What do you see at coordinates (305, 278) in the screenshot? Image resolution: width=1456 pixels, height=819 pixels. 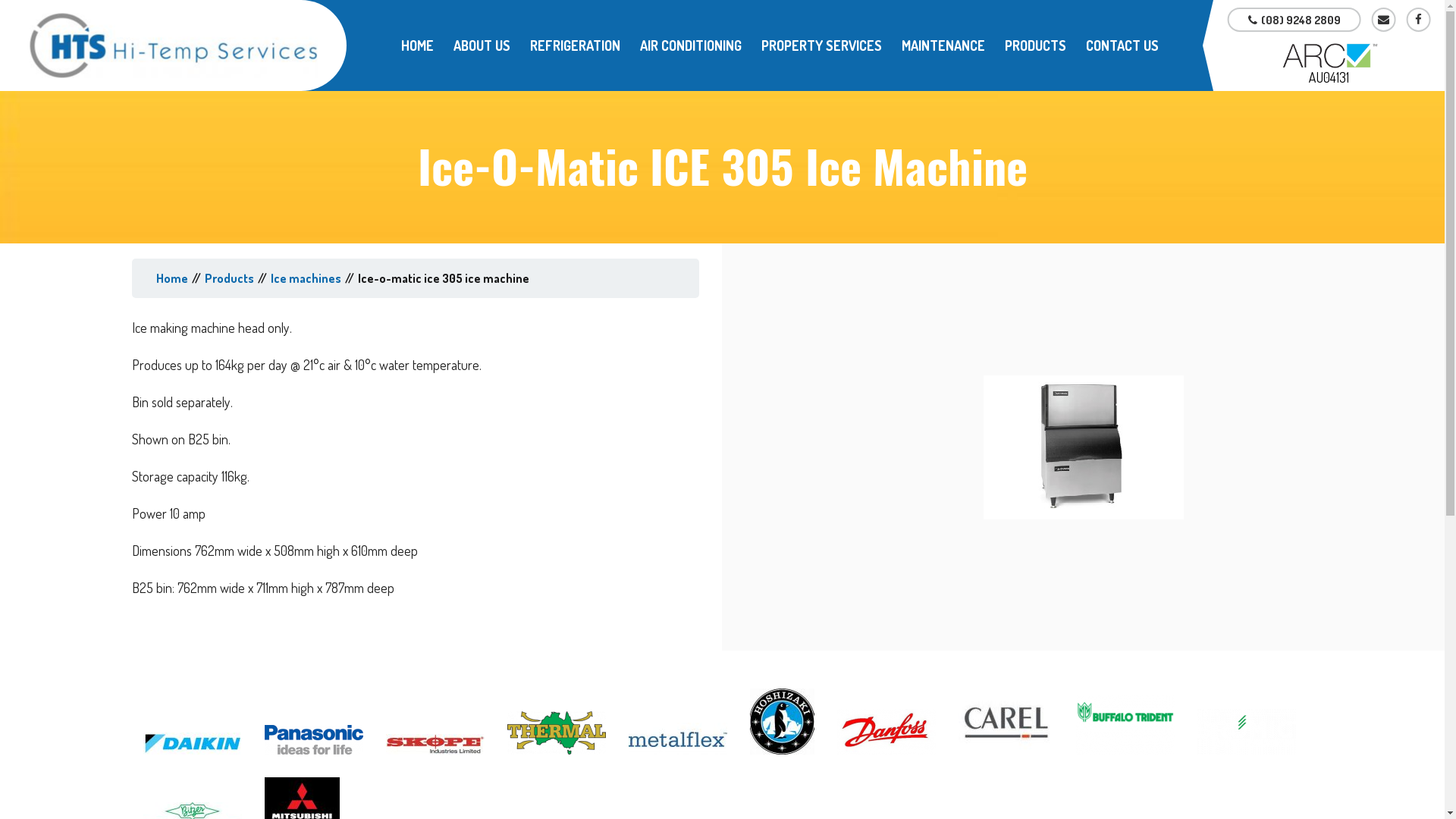 I see `'ice machines'` at bounding box center [305, 278].